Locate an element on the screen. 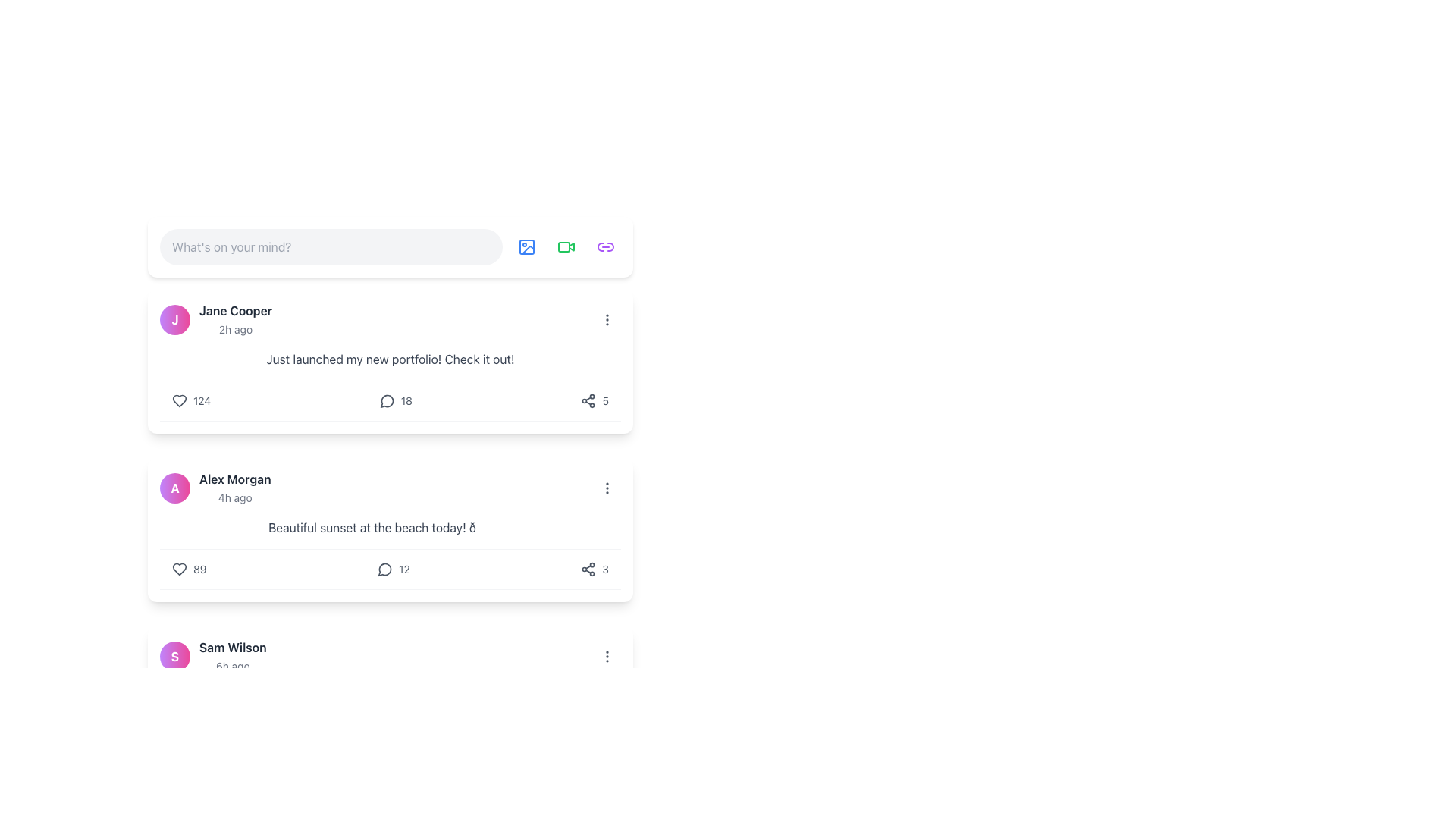 The image size is (1456, 819). the static text element displaying '124', styled in small gray font, which indicates interaction count next to a heart icon in the post view is located at coordinates (201, 400).